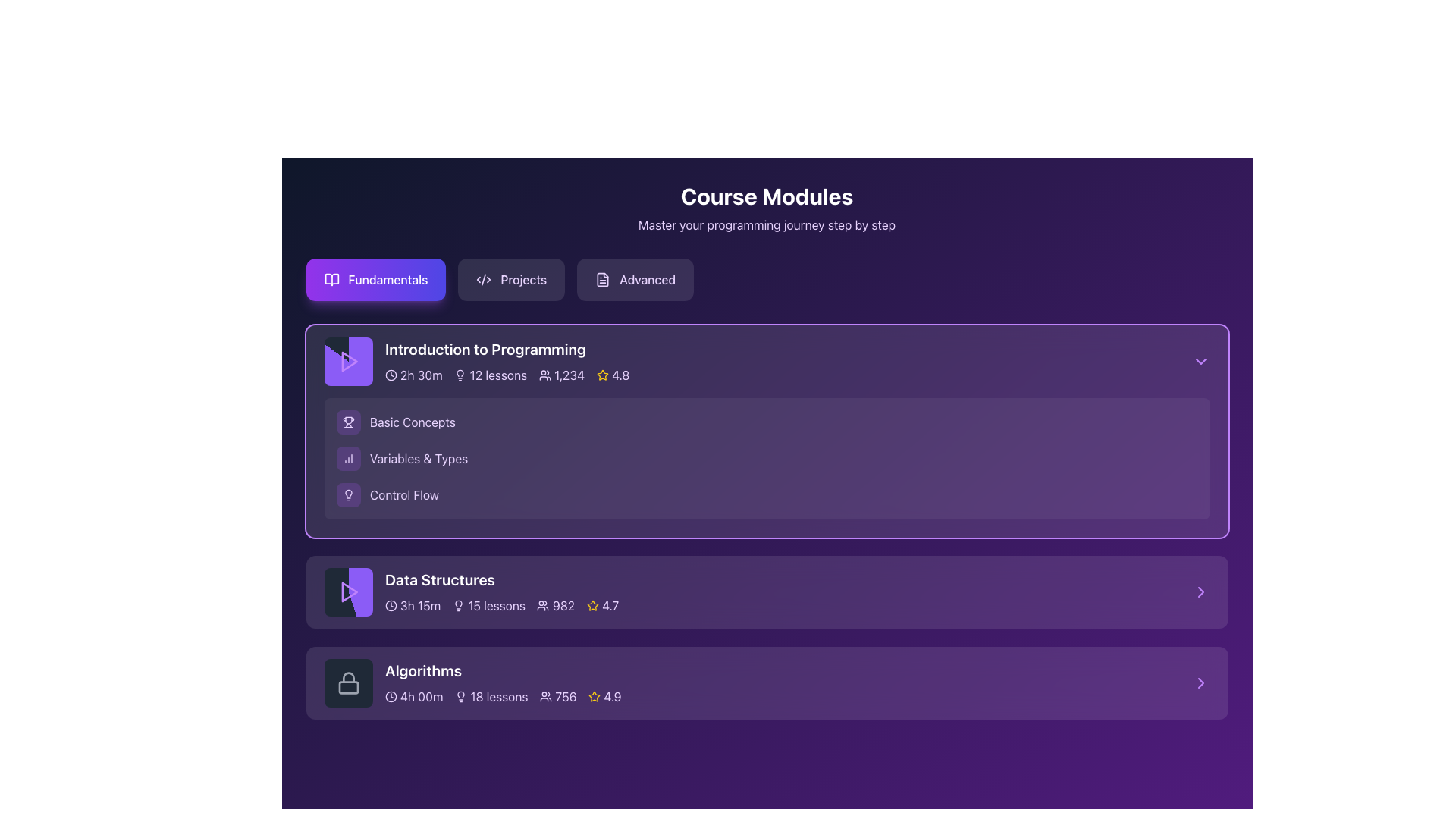 The width and height of the screenshot is (1456, 819). Describe the element at coordinates (591, 604) in the screenshot. I see `the Rating star icon located in the 'Data Structures' section` at that location.